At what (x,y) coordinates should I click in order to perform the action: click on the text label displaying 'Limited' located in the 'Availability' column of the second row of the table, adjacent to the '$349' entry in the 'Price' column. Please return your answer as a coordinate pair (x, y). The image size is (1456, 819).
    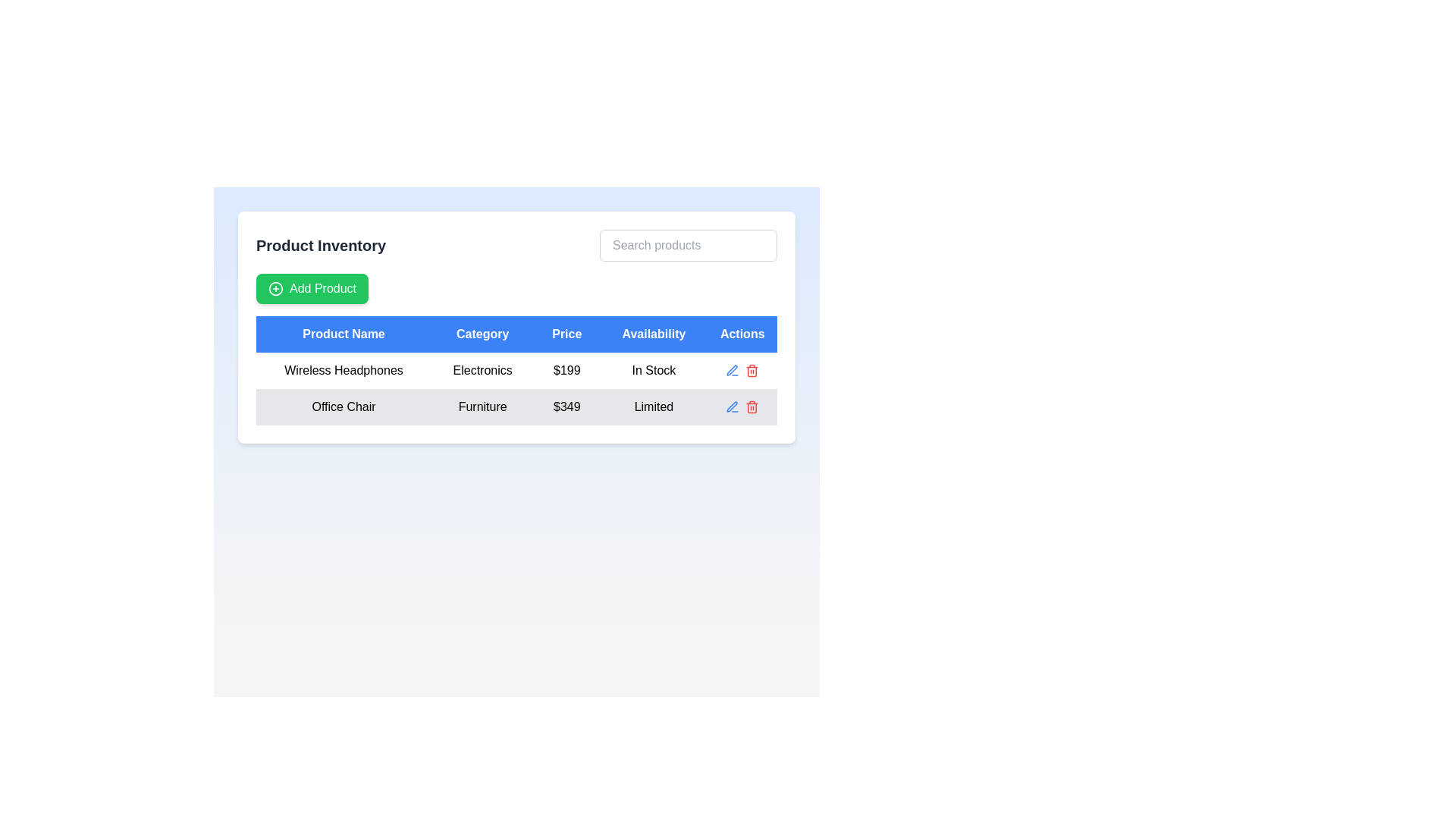
    Looking at the image, I should click on (654, 406).